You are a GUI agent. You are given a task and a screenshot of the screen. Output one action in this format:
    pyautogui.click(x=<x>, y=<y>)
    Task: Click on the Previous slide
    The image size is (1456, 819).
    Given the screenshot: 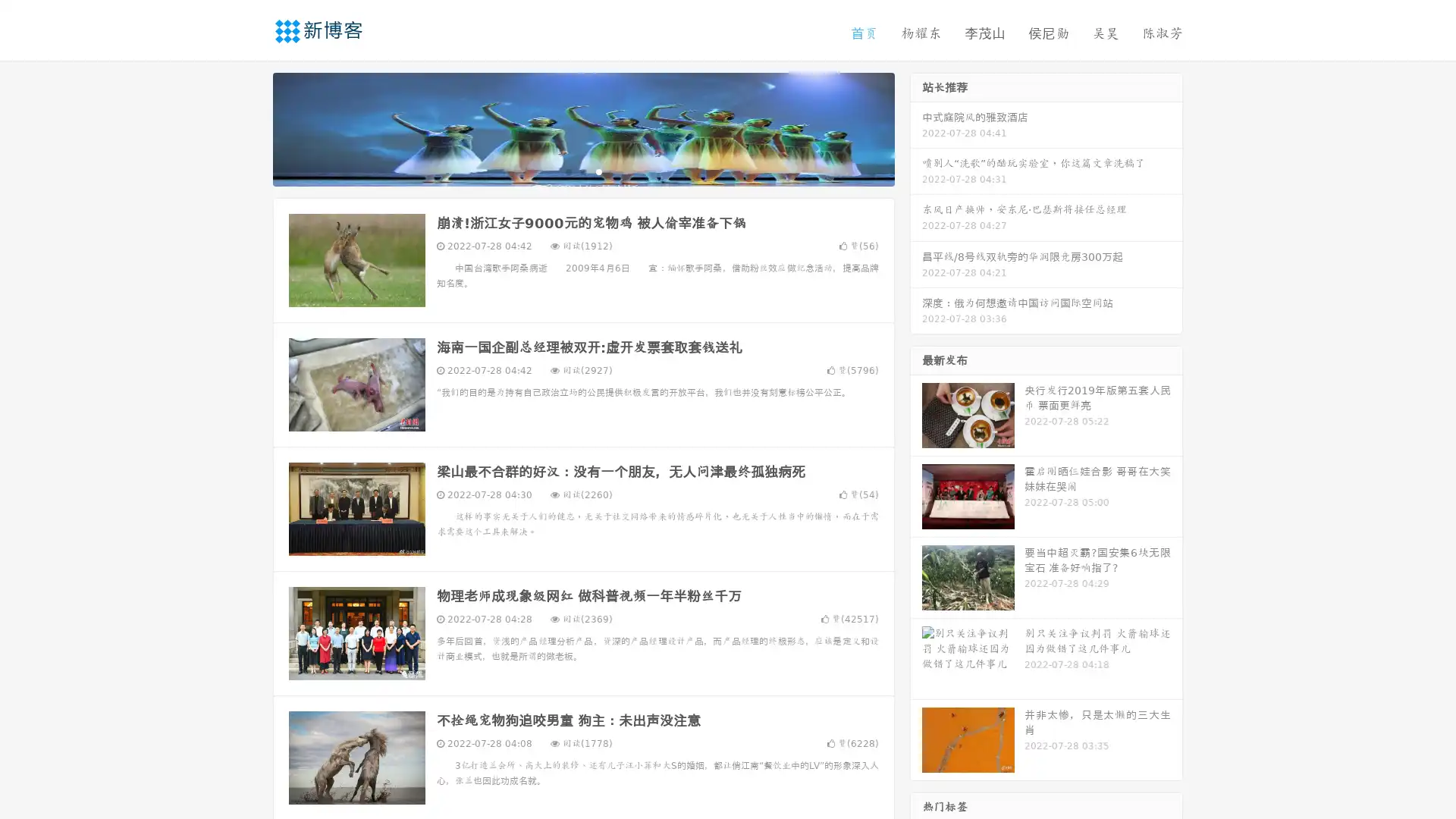 What is the action you would take?
    pyautogui.click(x=250, y=127)
    